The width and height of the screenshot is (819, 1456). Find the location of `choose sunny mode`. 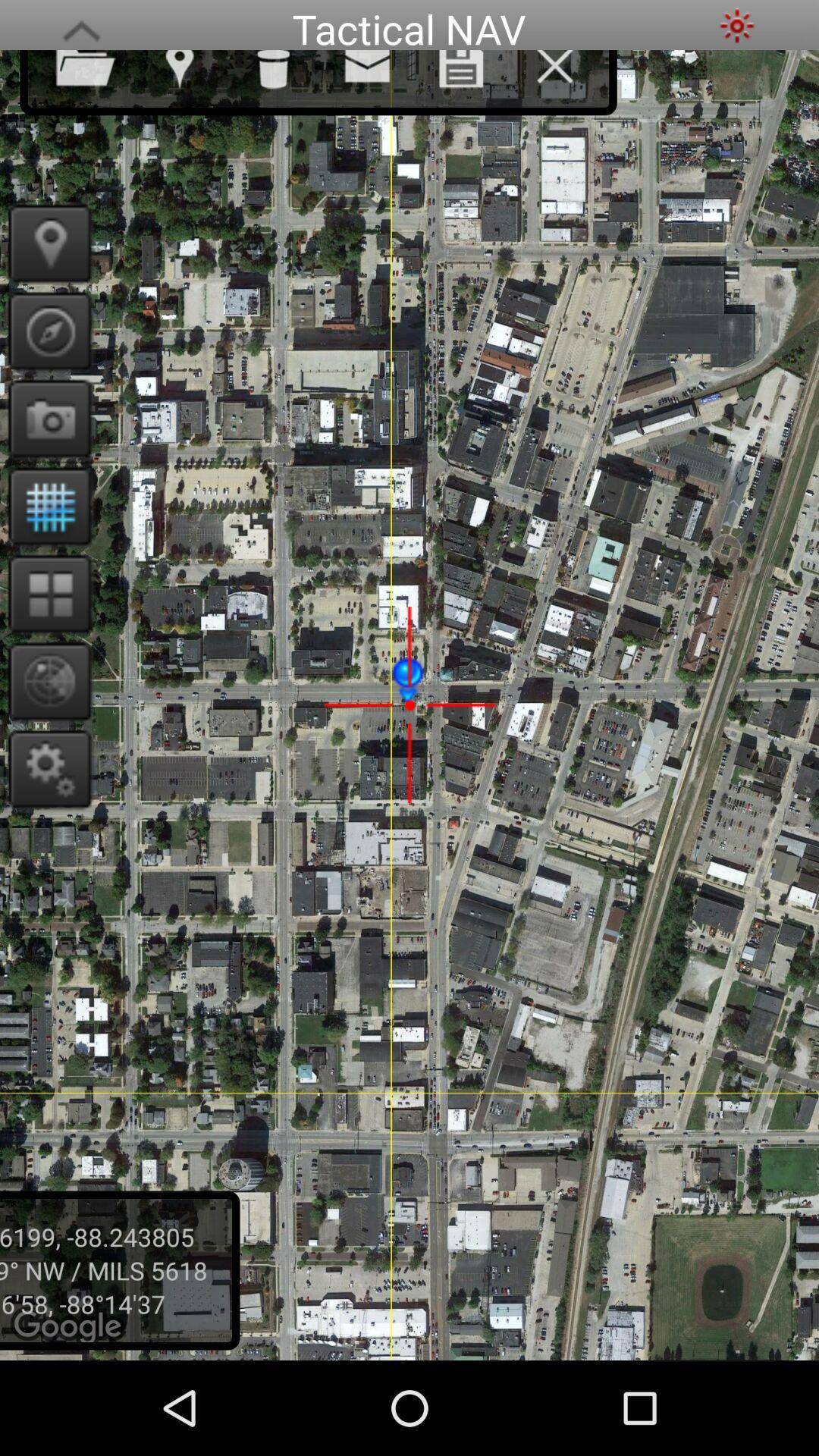

choose sunny mode is located at coordinates (736, 25).